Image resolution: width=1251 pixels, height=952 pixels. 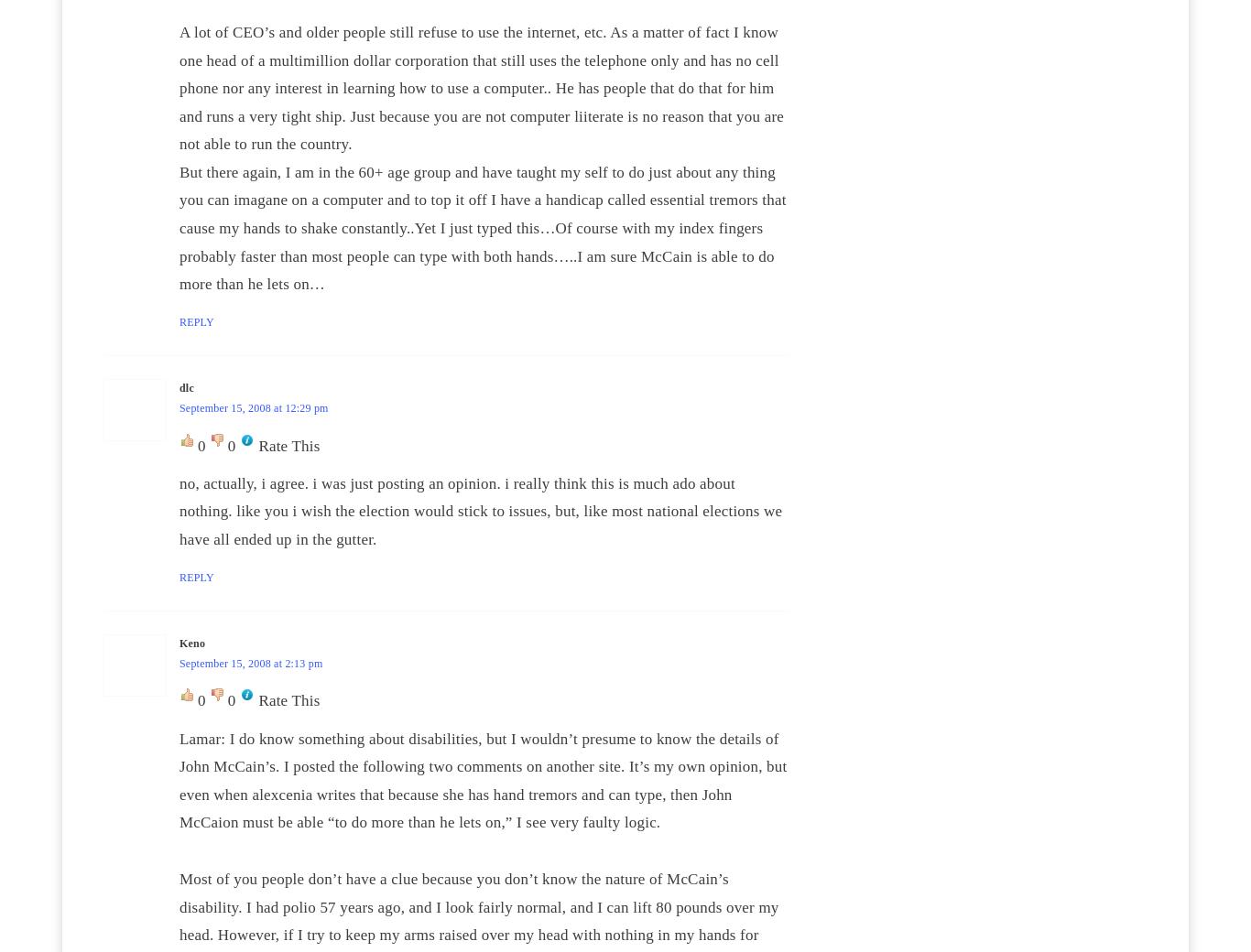 What do you see at coordinates (482, 86) in the screenshot?
I see `'A lot of CEO’s and older people still refuse to use the internet, etc.  As a matter of fact I know one  head of a multimillion dollar corporation that still uses the telephone only and has no cell phone nor any interest in learning how to use a computer.. He has people that do that for him and runs a very tight ship. Just because you are not computer liiterate is no reason that you are not able to run the country.'` at bounding box center [482, 86].